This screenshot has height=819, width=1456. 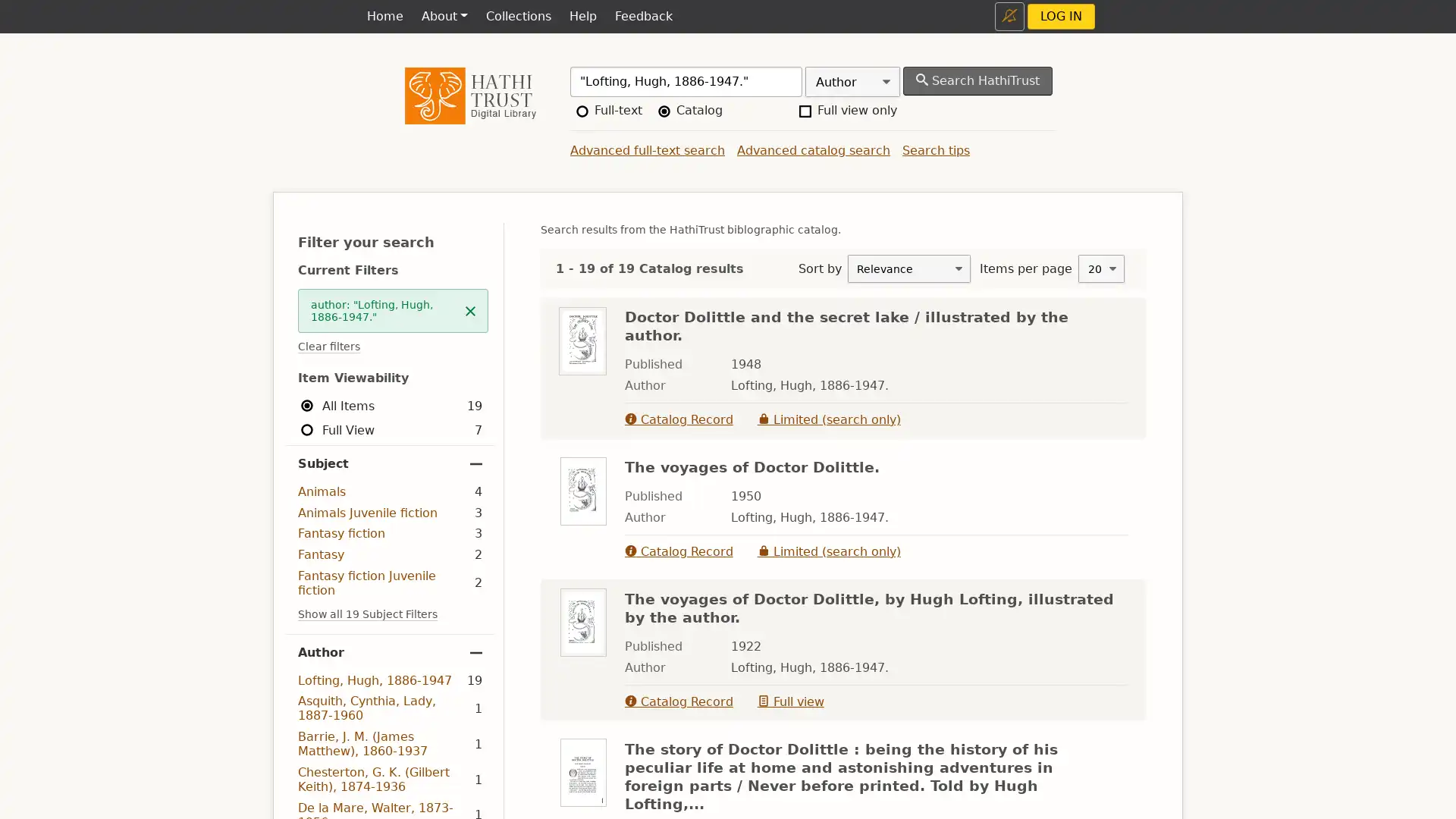 I want to click on Search HathiTrust, so click(x=977, y=81).